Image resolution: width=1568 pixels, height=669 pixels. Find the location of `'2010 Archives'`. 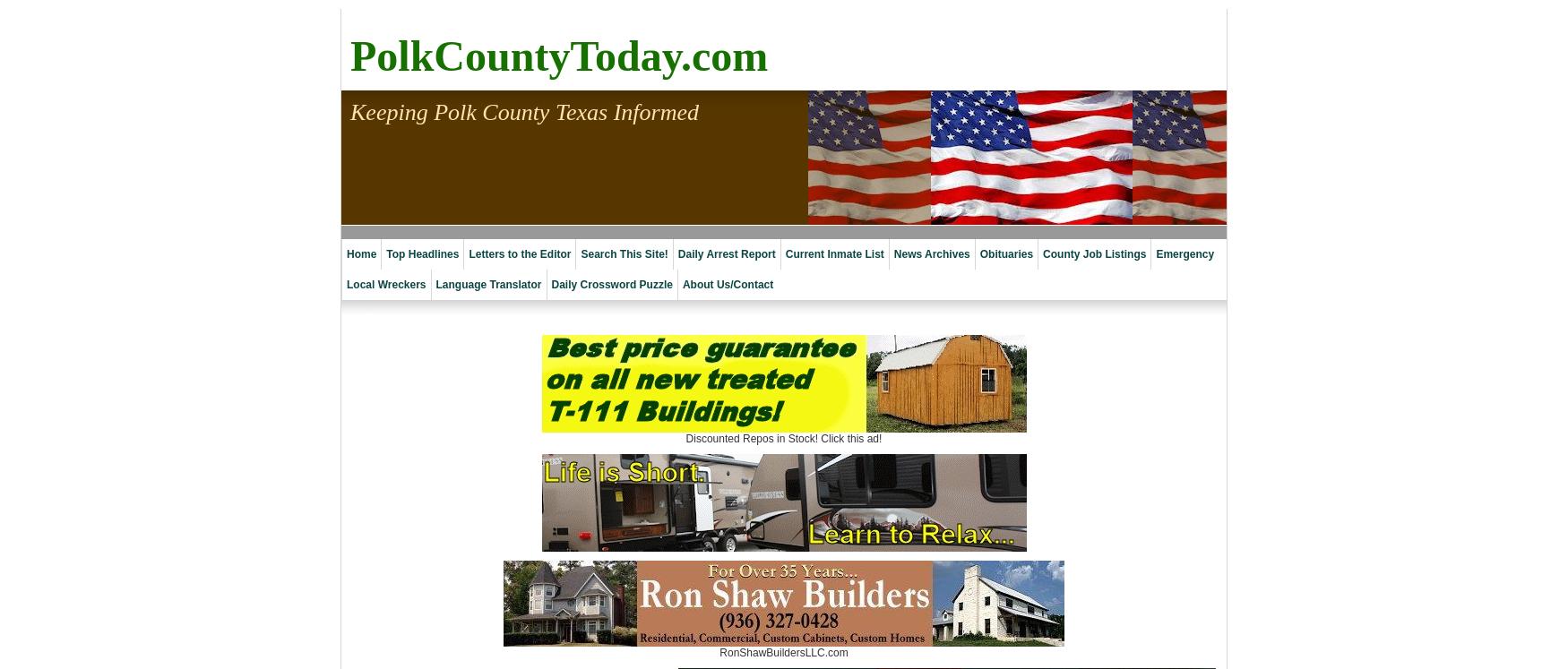

'2010 Archives' is located at coordinates (927, 347).